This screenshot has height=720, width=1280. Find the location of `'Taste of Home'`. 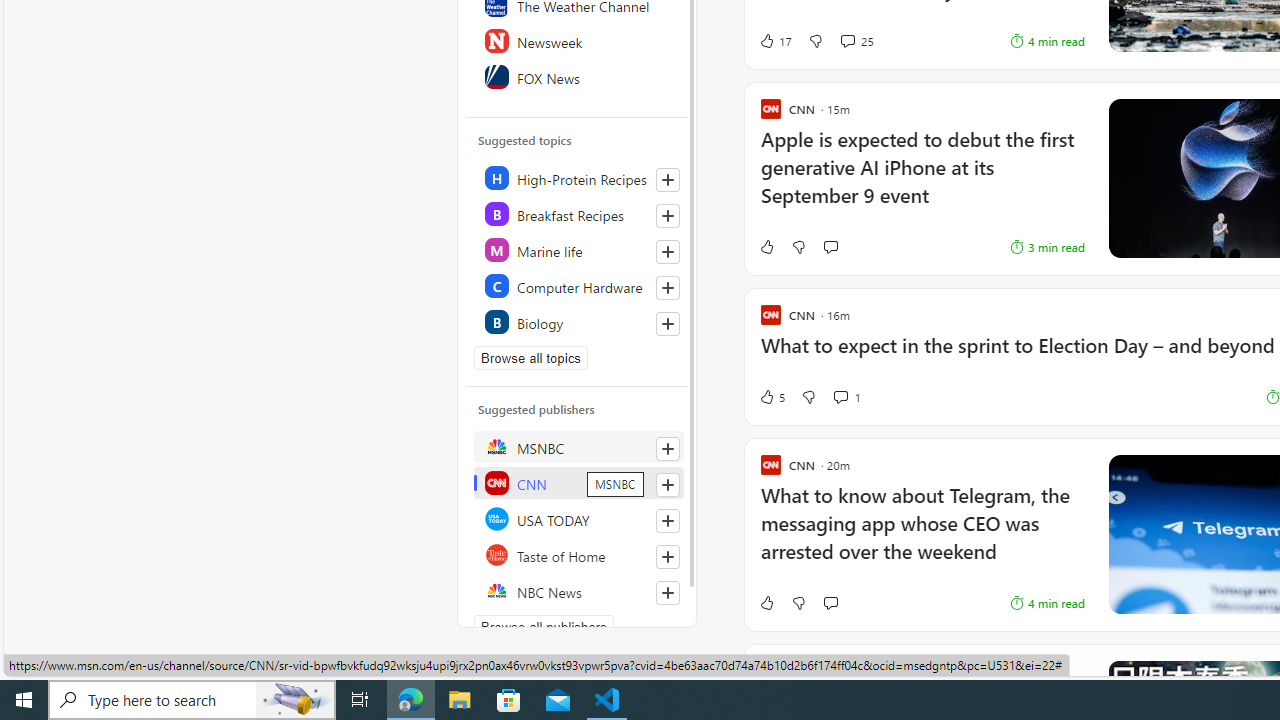

'Taste of Home' is located at coordinates (577, 555).